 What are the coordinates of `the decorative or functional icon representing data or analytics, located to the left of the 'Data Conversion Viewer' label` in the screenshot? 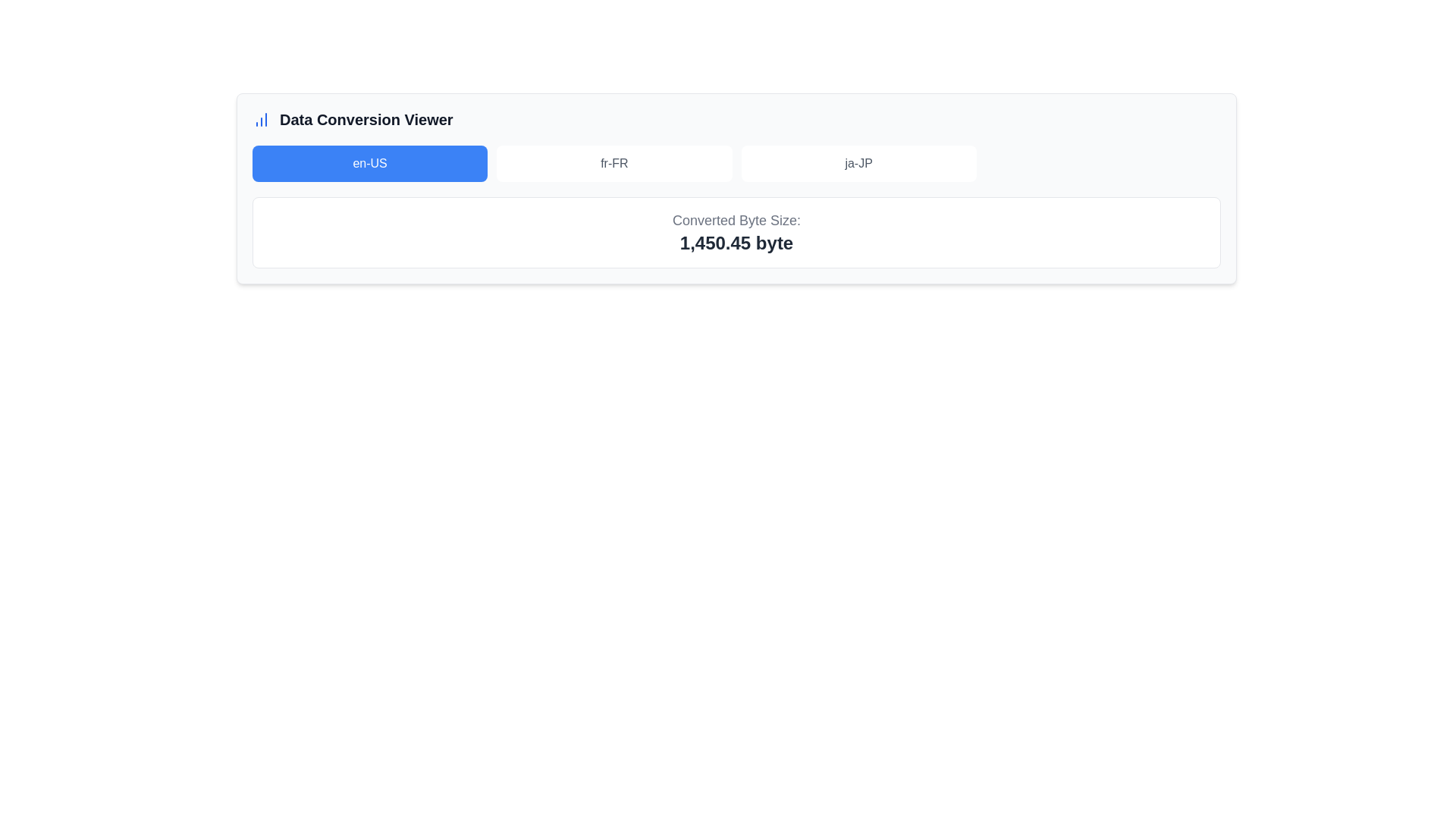 It's located at (262, 119).